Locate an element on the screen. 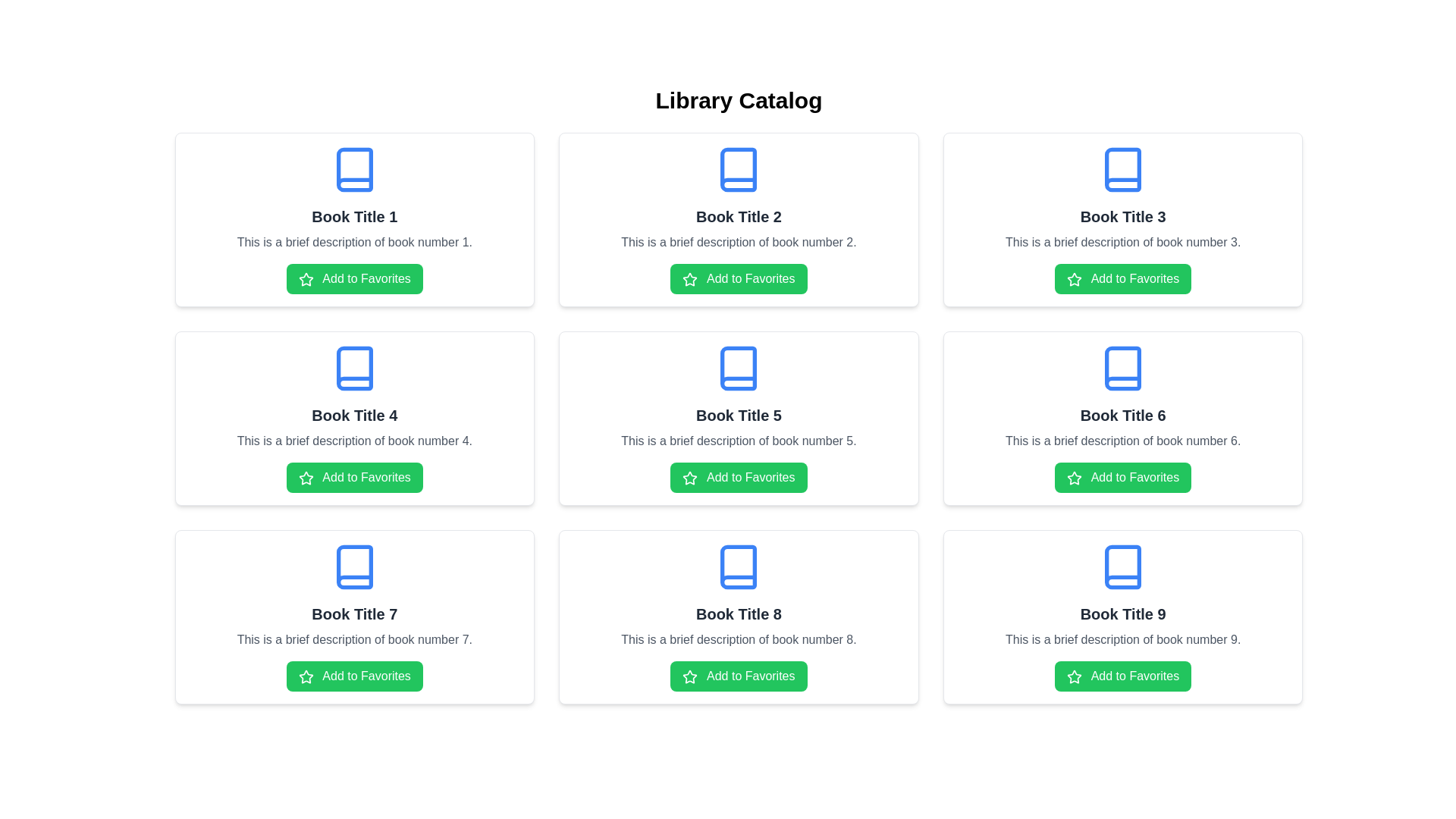 This screenshot has height=819, width=1456. the star-shaped icon that represents favorites, located to the left of the 'Add to Favorites' text within a green button on the fourth card for 'Book Title 4' is located at coordinates (305, 478).